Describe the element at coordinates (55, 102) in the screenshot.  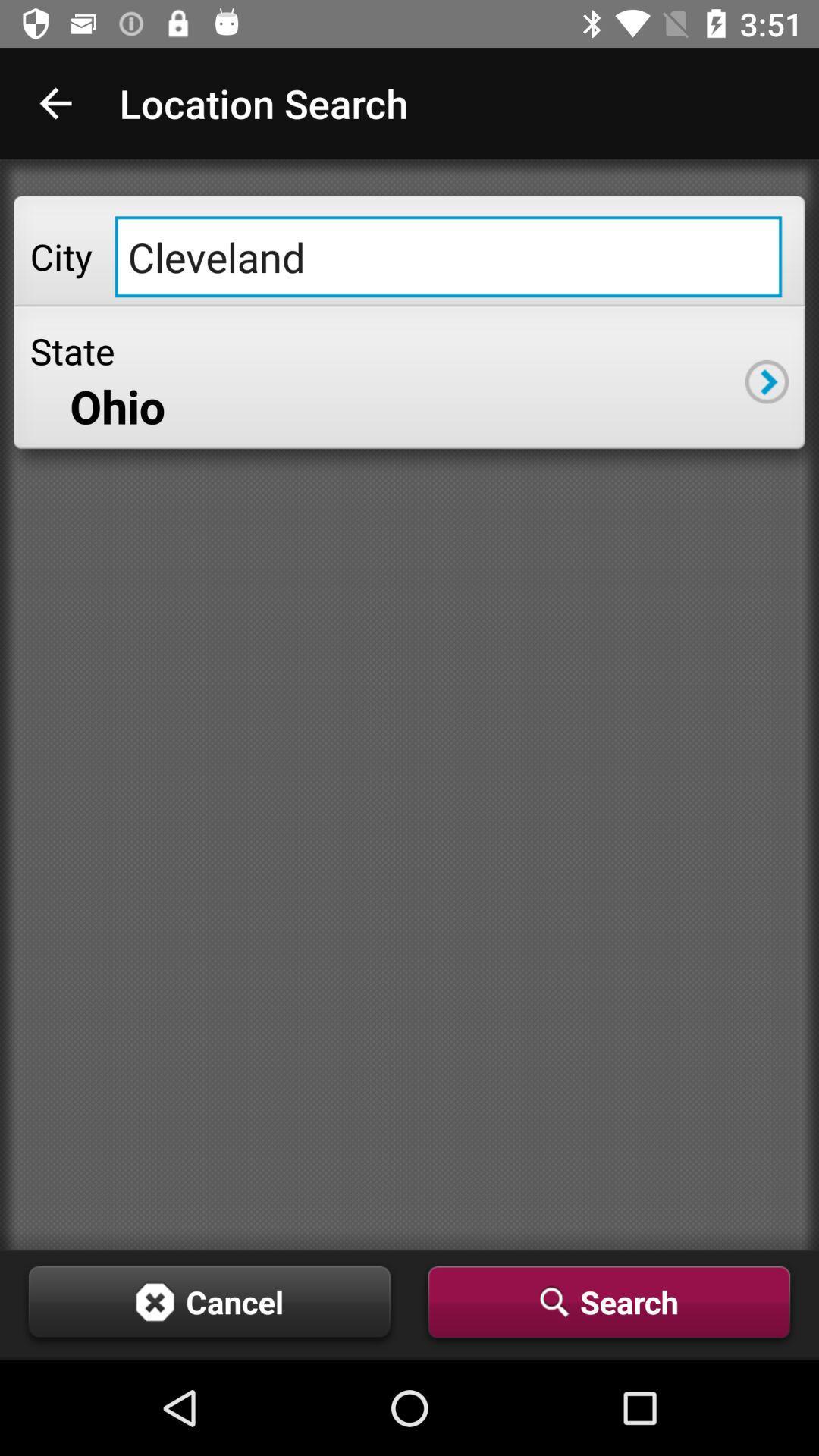
I see `icon next to the location search app` at that location.